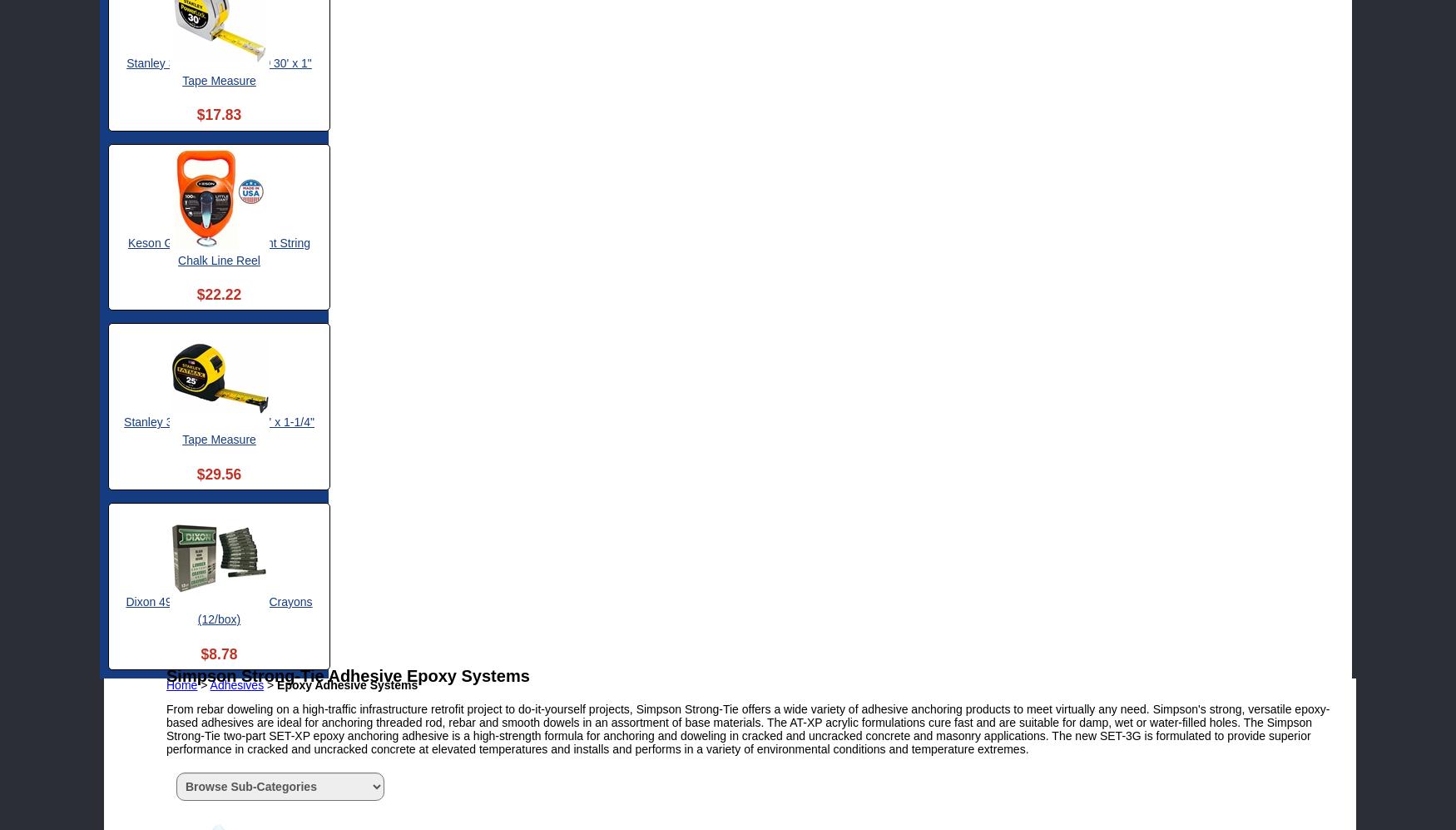 The height and width of the screenshot is (830, 1456). Describe the element at coordinates (346, 684) in the screenshot. I see `'Epoxy Adhesive Systems'` at that location.